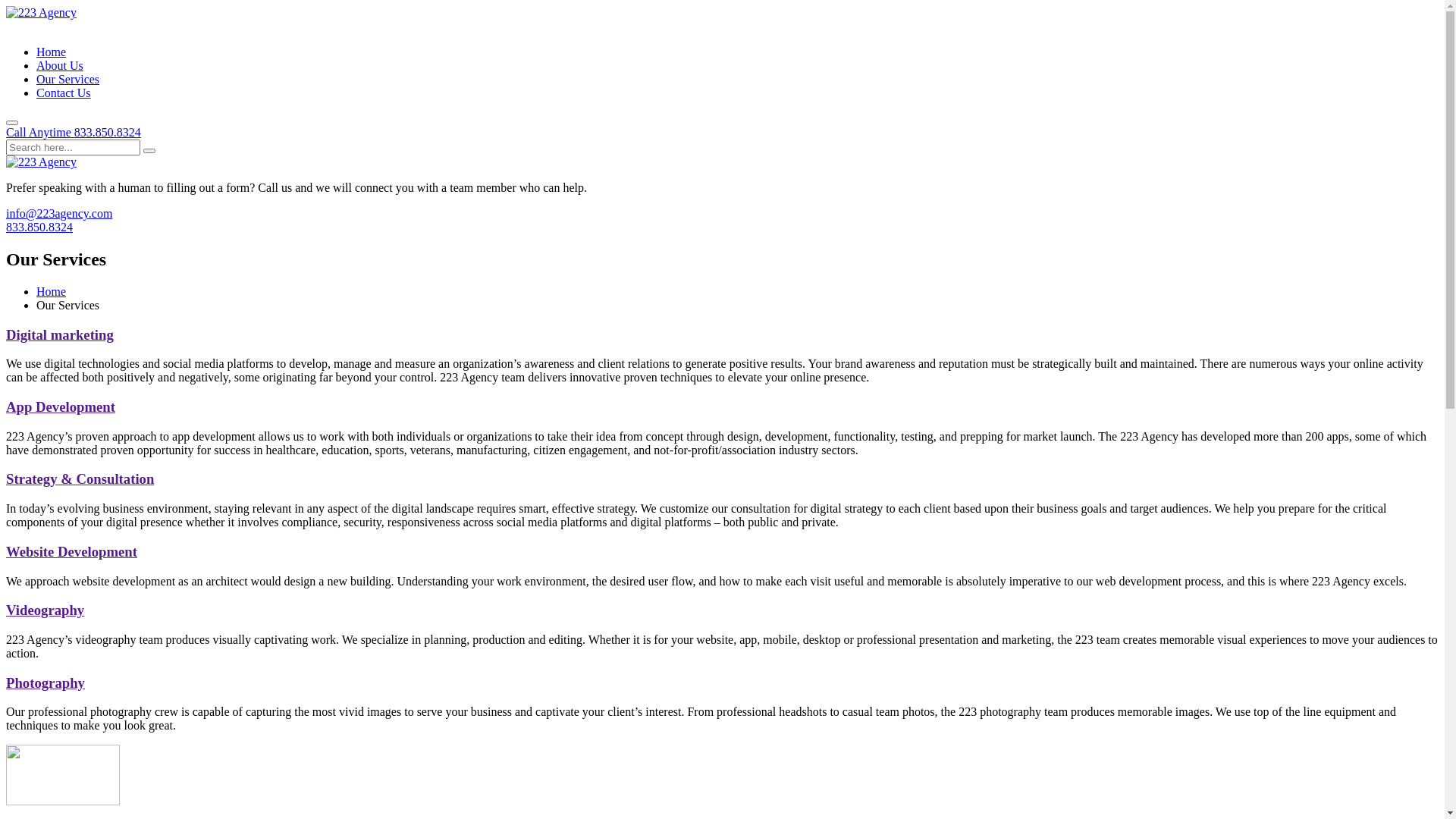 The width and height of the screenshot is (1456, 819). I want to click on 'App Development', so click(61, 406).